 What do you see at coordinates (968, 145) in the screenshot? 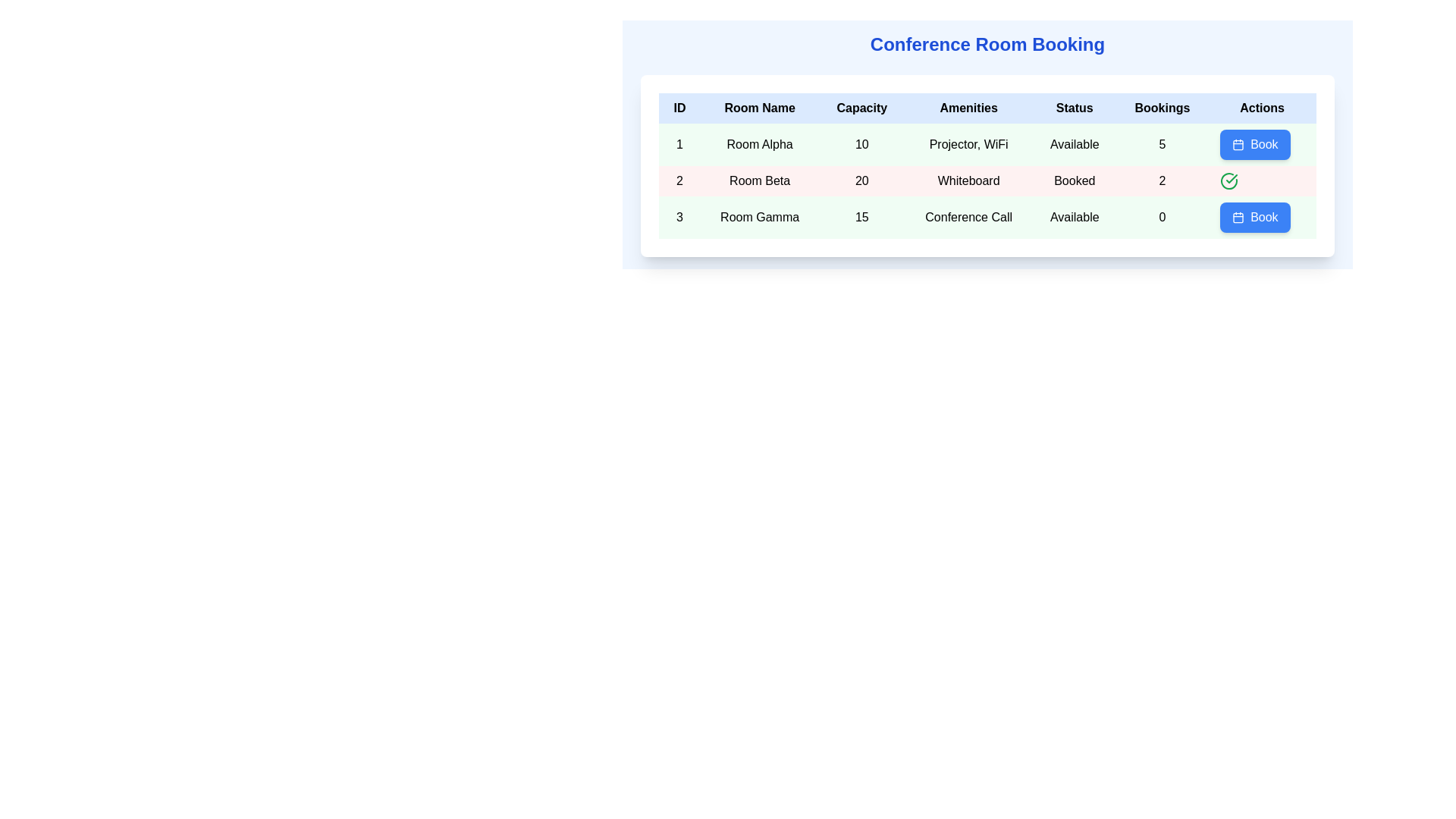
I see `the text label displaying amenities in the fourth column of the first row of the 'Conference Room Booking' table, which is located under the 'Amenities' heading` at bounding box center [968, 145].